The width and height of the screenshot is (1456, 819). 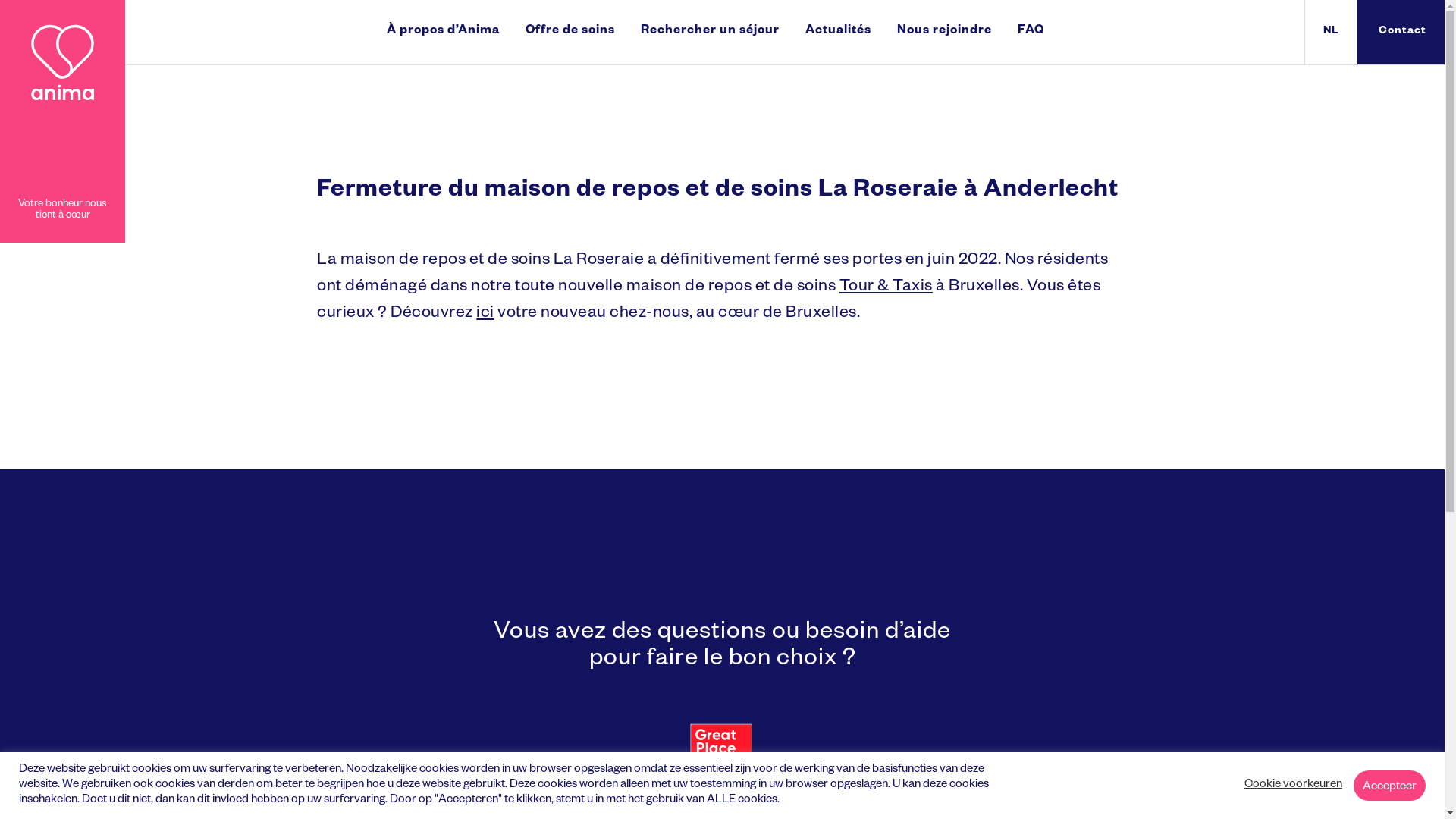 I want to click on 'Offre de soins', so click(x=570, y=32).